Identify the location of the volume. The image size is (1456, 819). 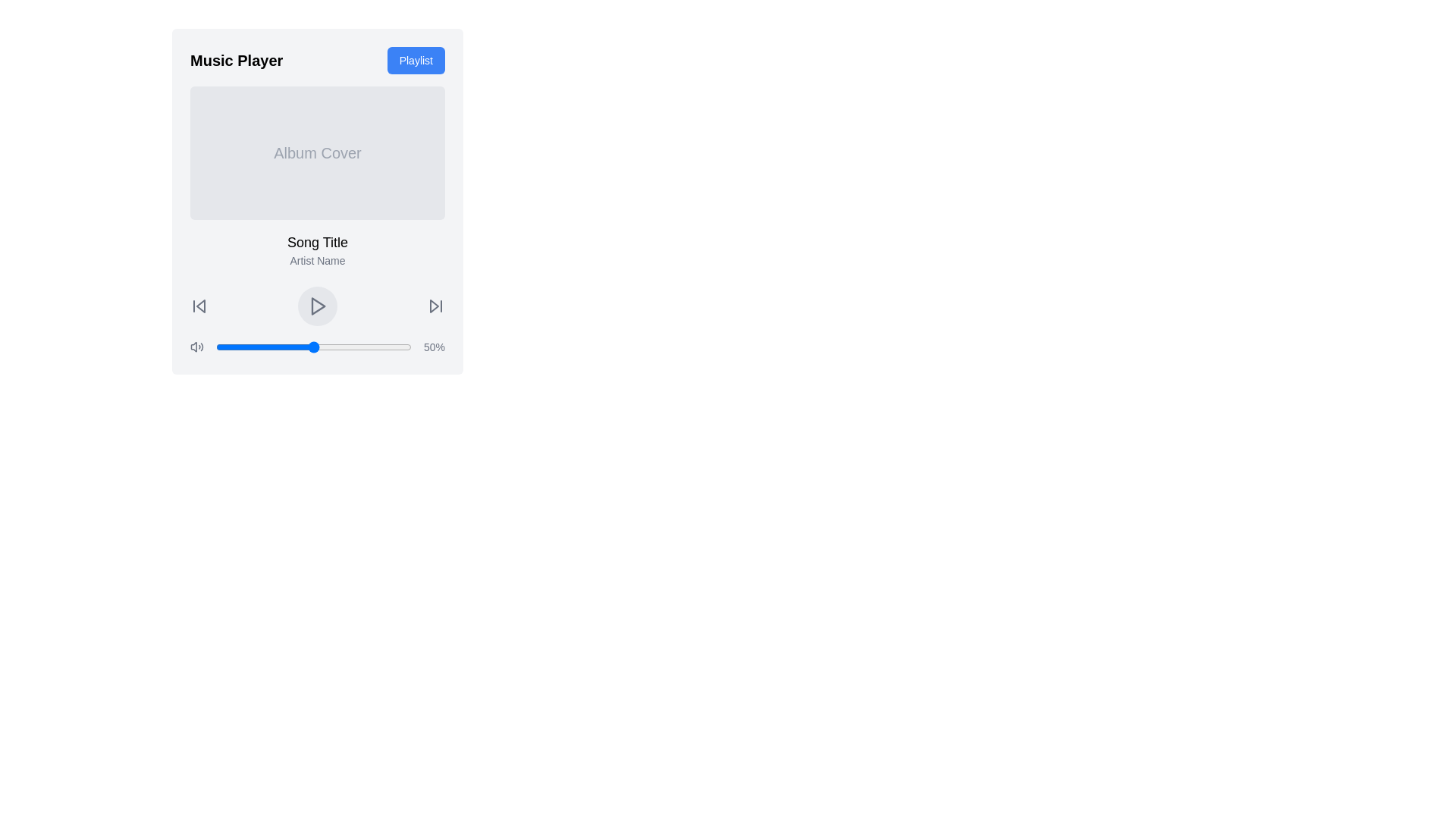
(303, 347).